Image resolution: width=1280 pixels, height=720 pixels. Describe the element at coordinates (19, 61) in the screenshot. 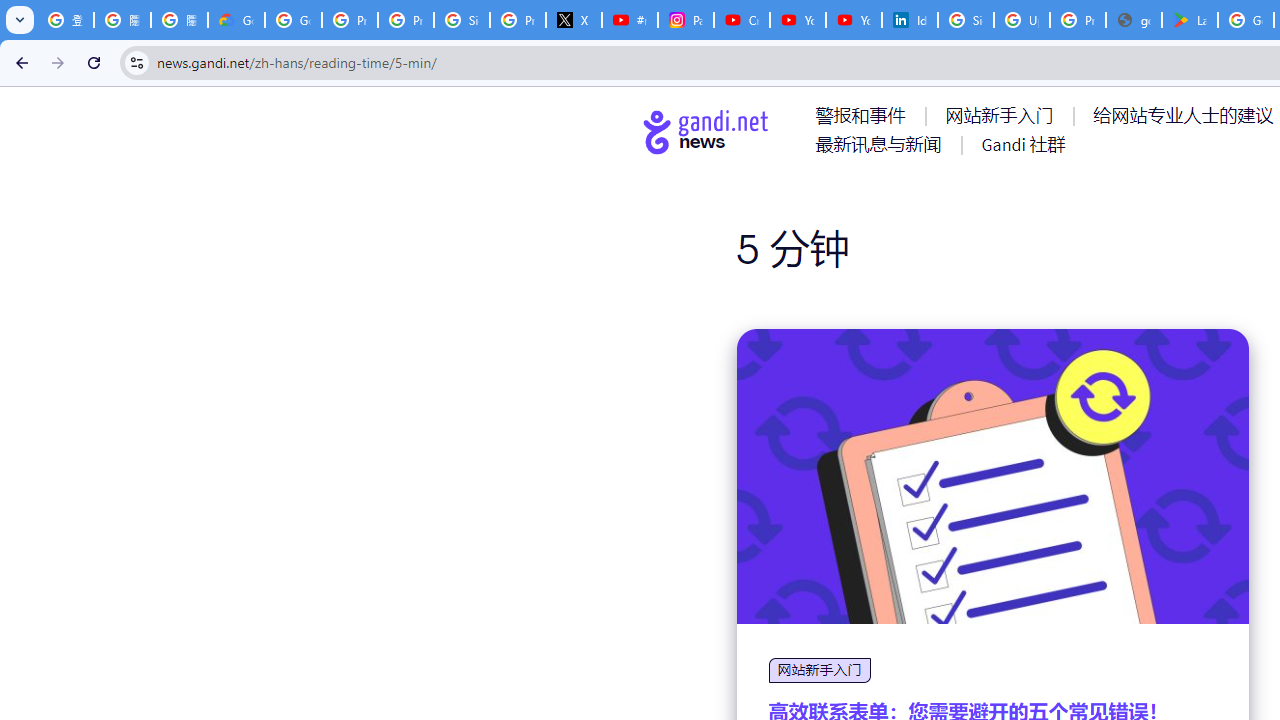

I see `'Back'` at that location.